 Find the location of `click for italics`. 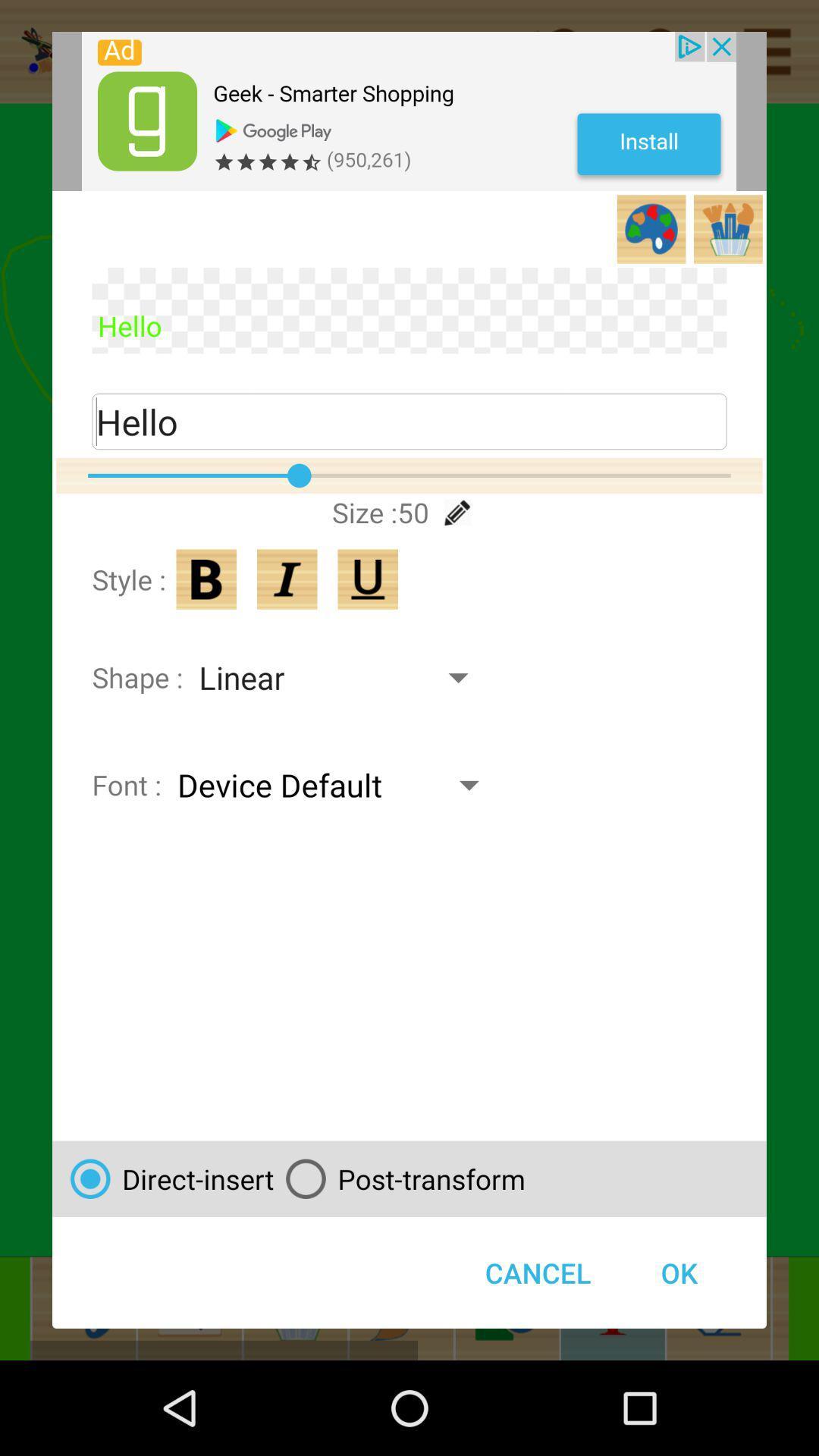

click for italics is located at coordinates (287, 579).